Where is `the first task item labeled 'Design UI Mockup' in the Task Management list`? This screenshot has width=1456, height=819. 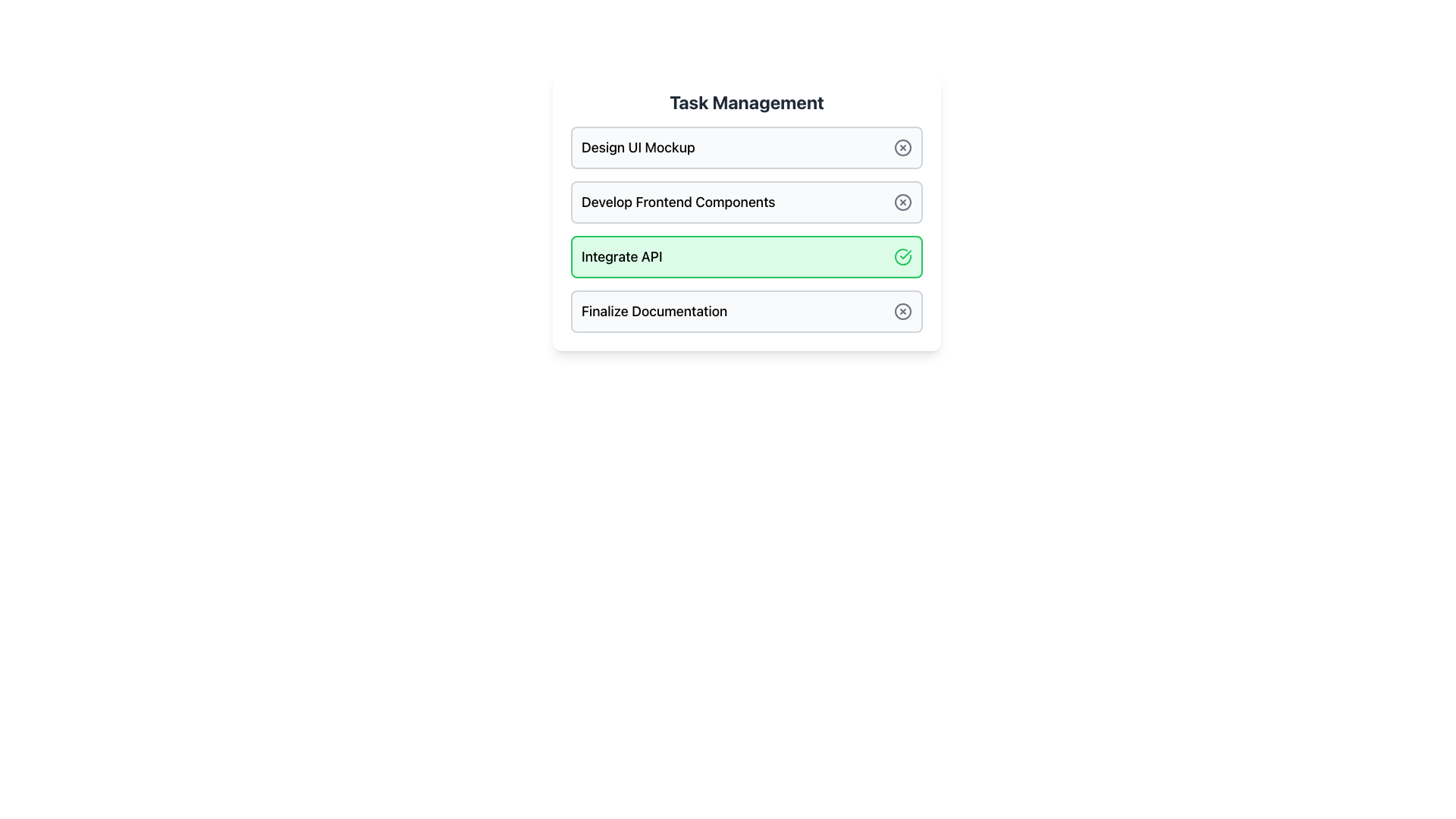
the first task item labeled 'Design UI Mockup' in the Task Management list is located at coordinates (746, 148).